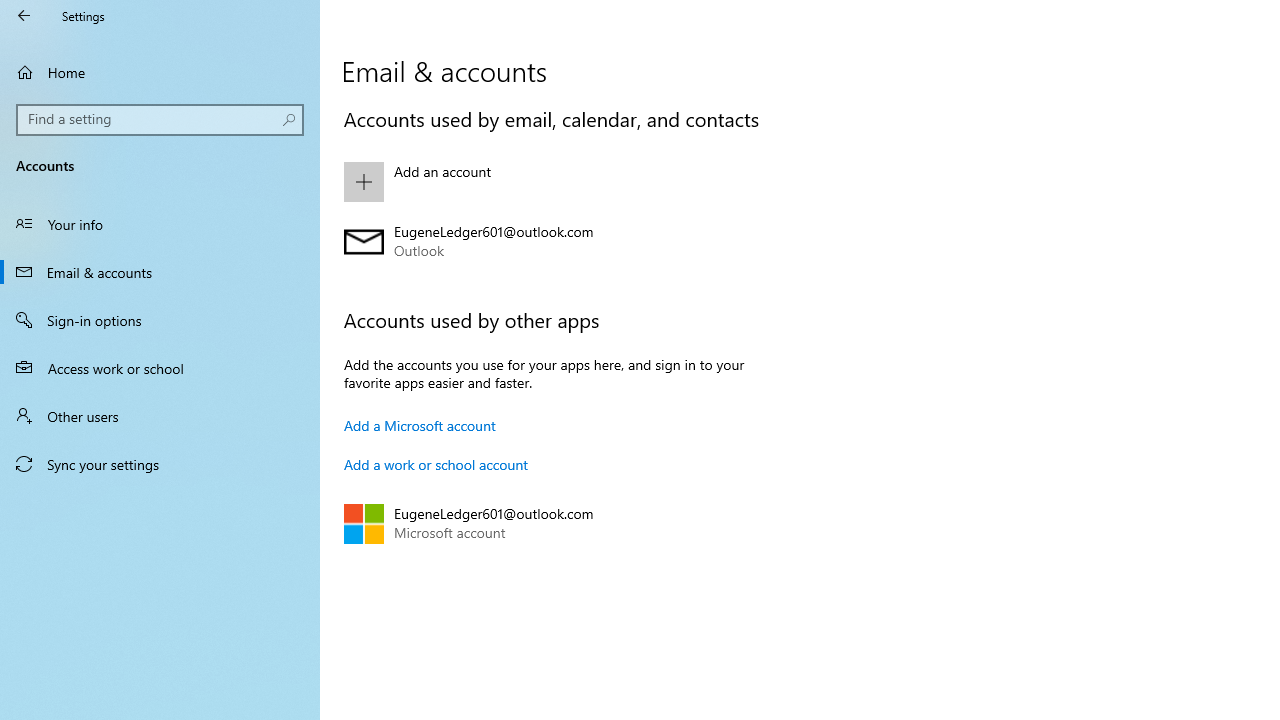  What do you see at coordinates (562, 522) in the screenshot?
I see `'EugeneLedger601@outlook.com Microsoft account'` at bounding box center [562, 522].